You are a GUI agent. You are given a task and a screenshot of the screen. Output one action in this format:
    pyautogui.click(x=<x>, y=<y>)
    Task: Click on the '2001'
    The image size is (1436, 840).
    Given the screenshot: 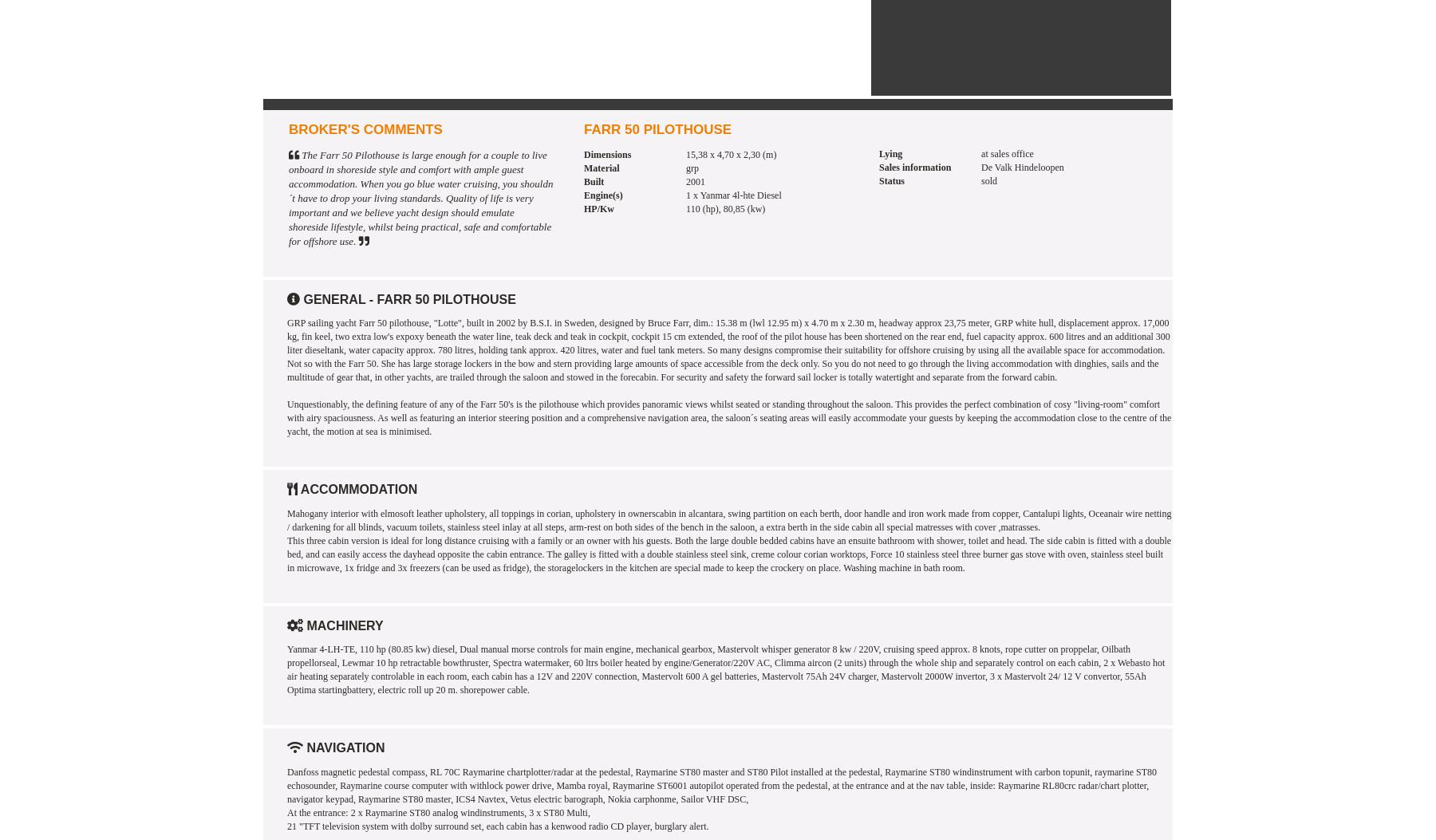 What is the action you would take?
    pyautogui.click(x=695, y=181)
    